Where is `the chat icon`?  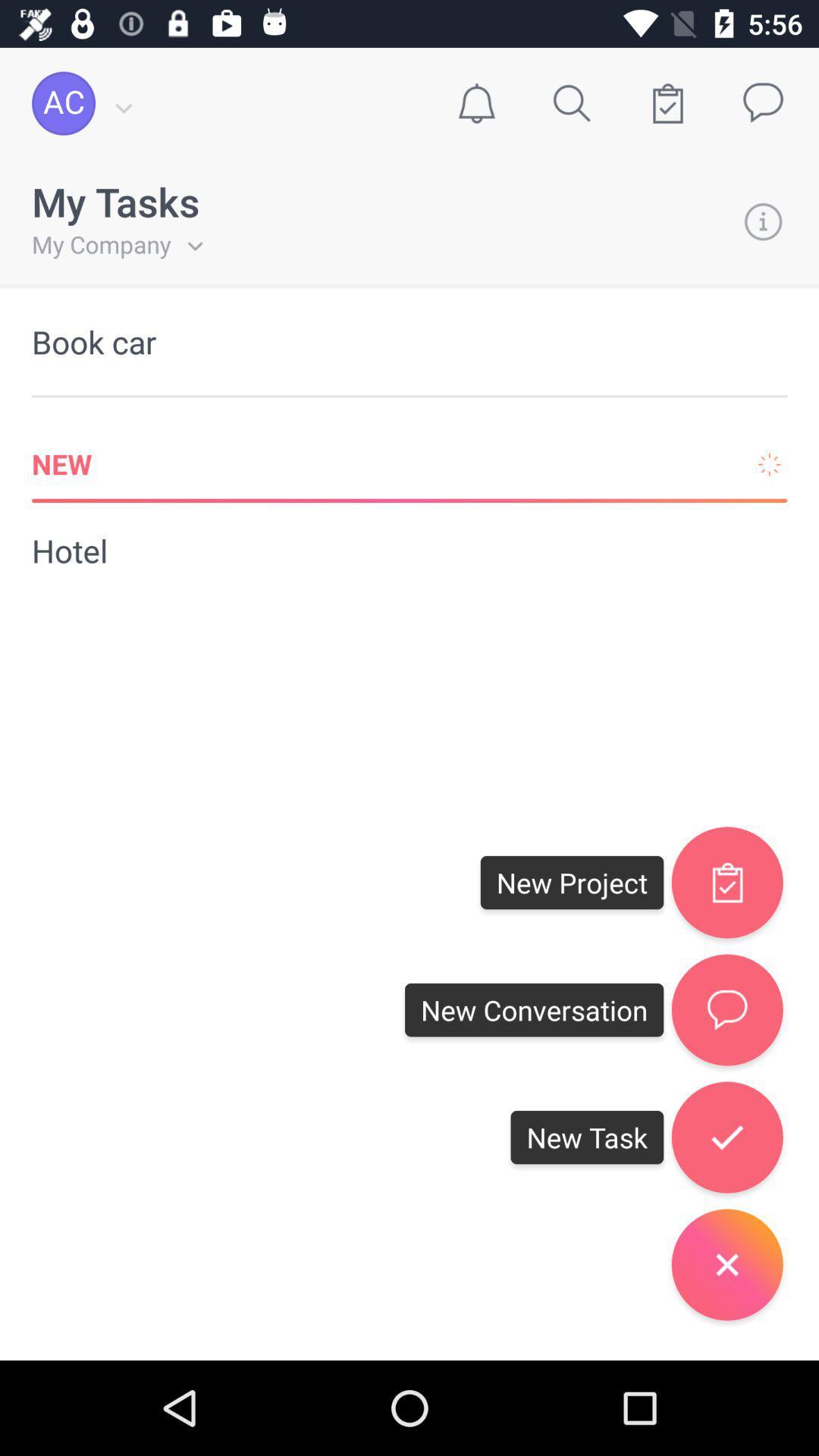
the chat icon is located at coordinates (726, 1010).